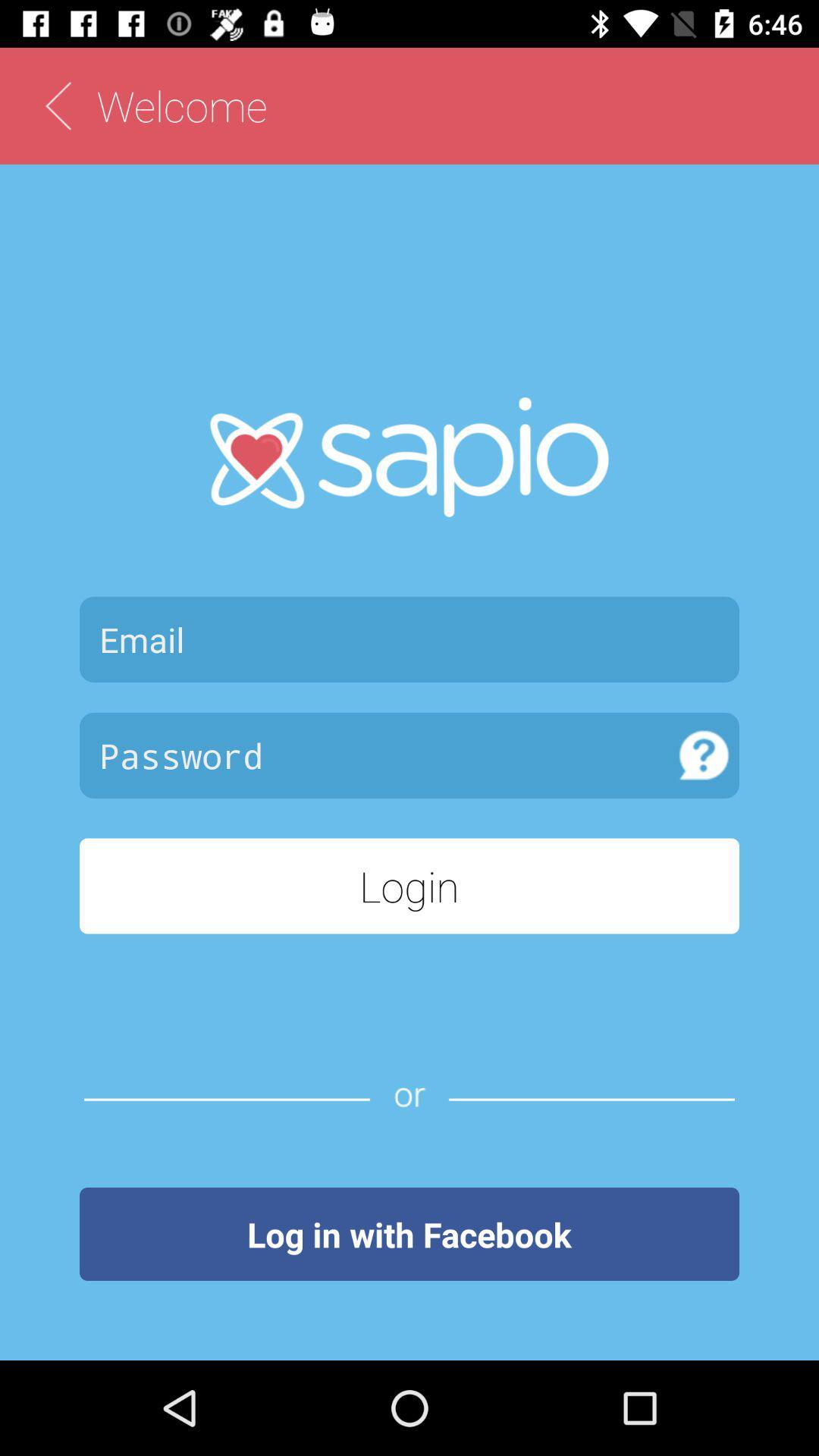 Image resolution: width=819 pixels, height=1456 pixels. I want to click on the item to the left of the welcome item, so click(57, 105).